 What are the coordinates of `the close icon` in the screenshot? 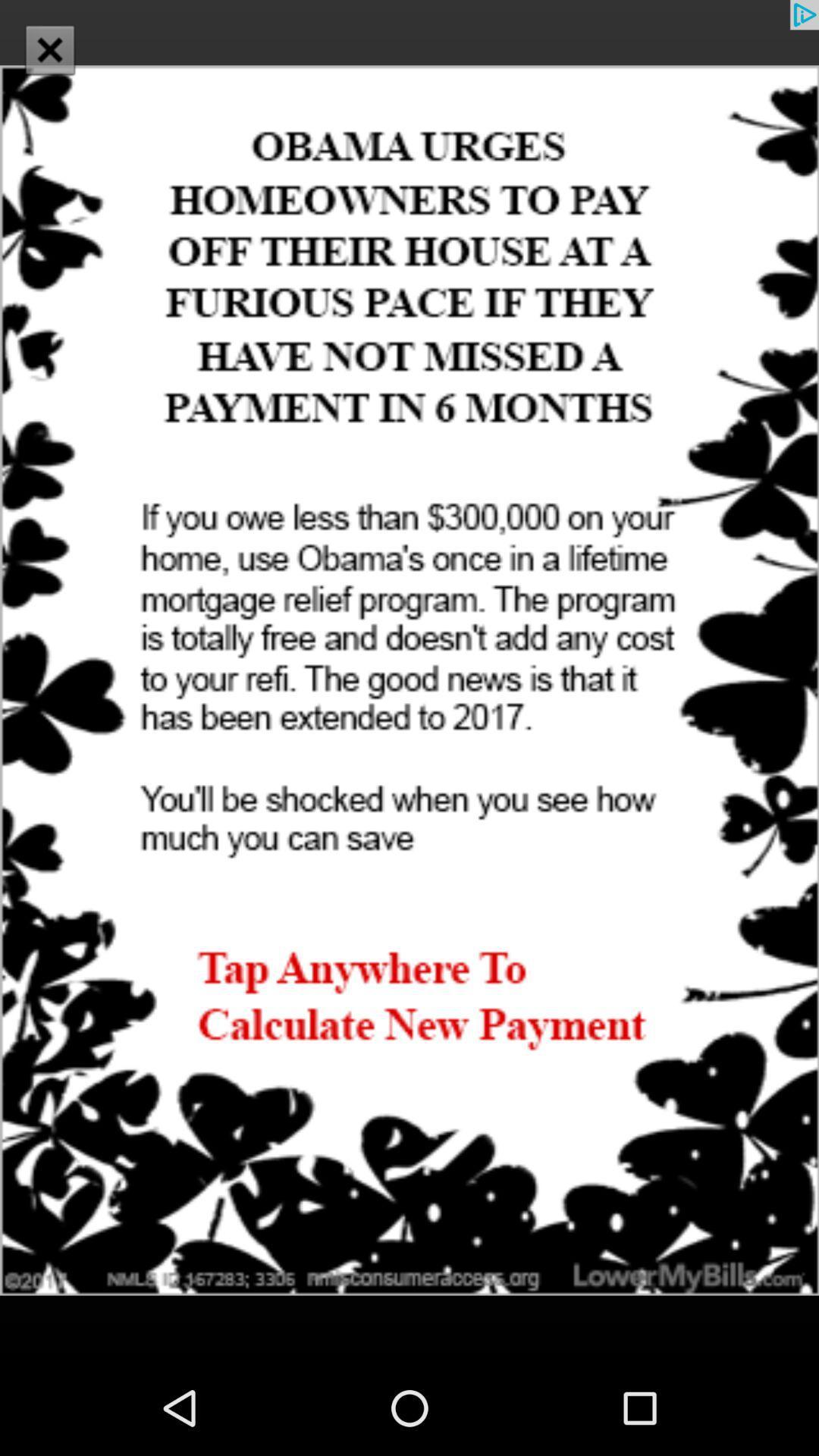 It's located at (49, 53).